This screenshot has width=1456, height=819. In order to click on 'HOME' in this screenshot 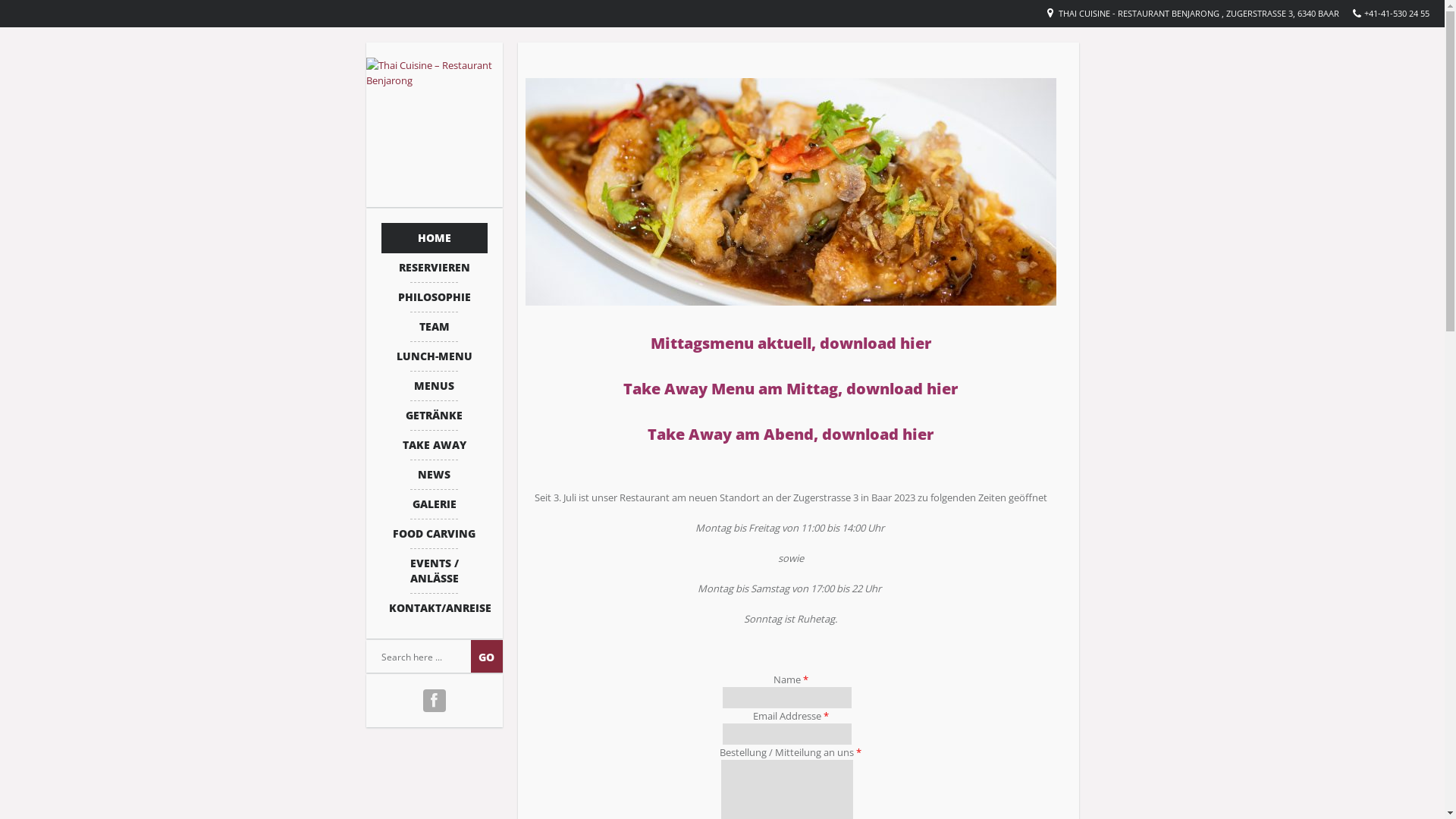, I will do `click(432, 237)`.